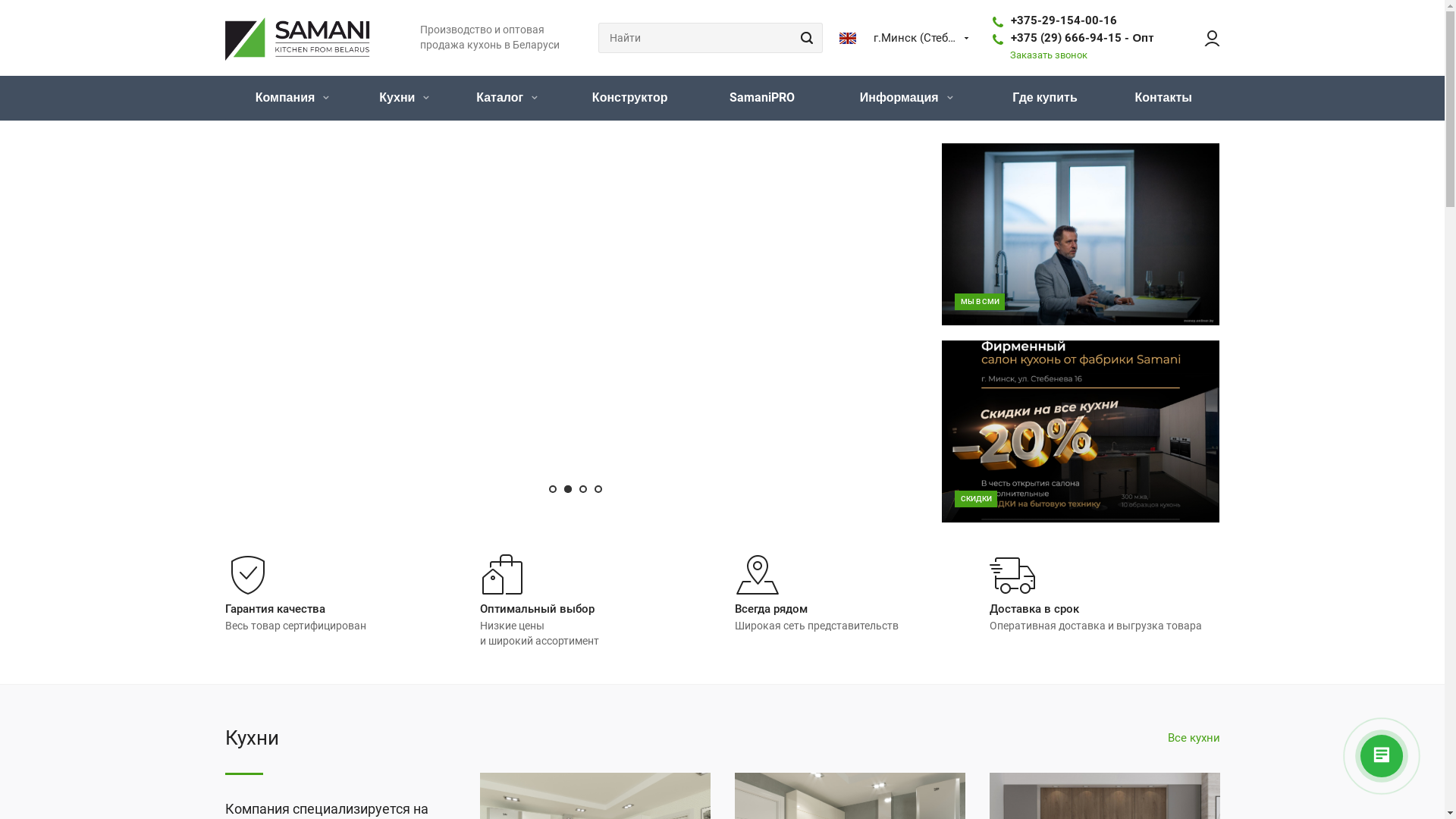 This screenshot has height=819, width=1456. Describe the element at coordinates (597, 488) in the screenshot. I see `'4'` at that location.